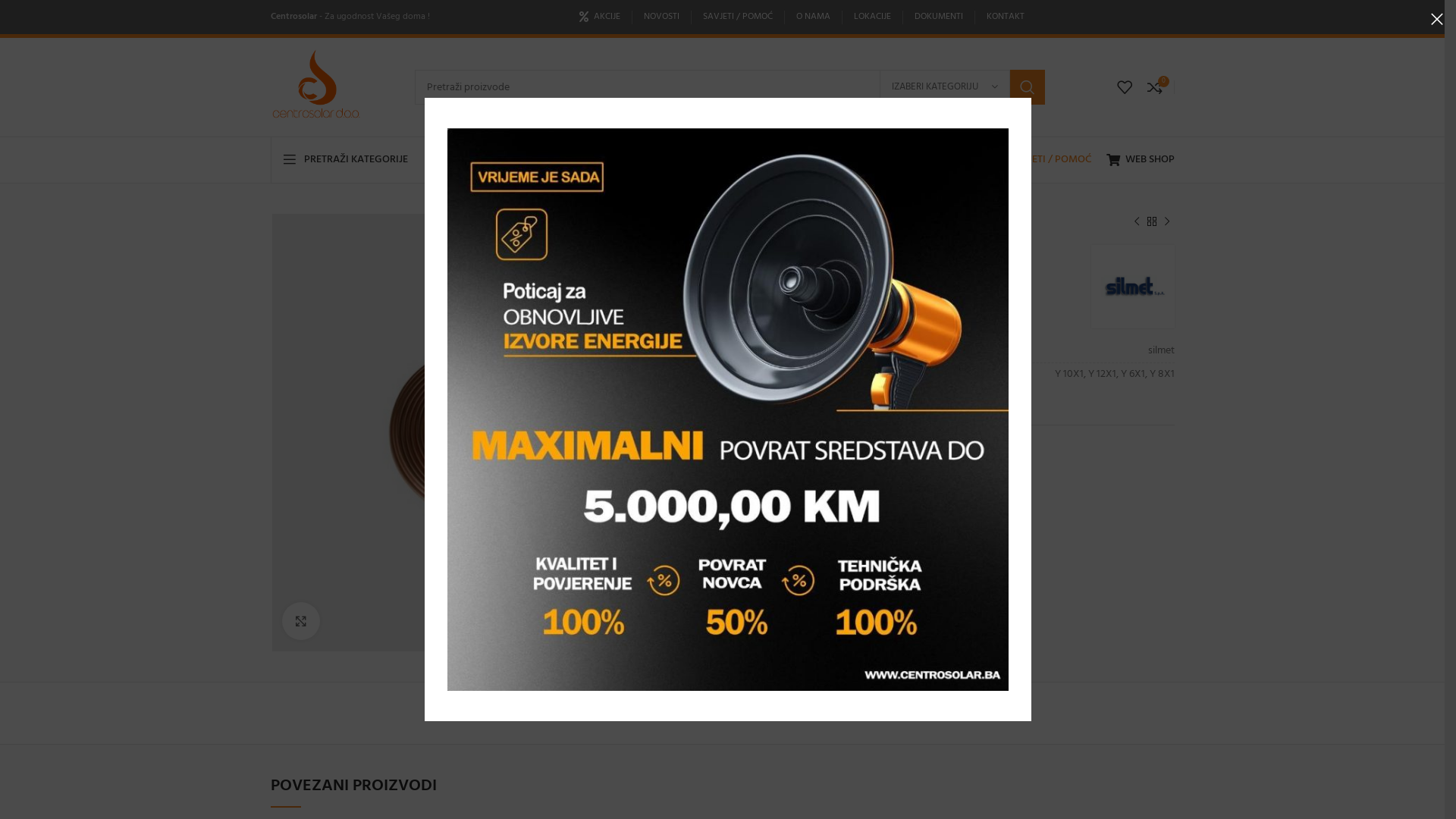 This screenshot has width=1456, height=819. What do you see at coordinates (1153, 87) in the screenshot?
I see `'0'` at bounding box center [1153, 87].